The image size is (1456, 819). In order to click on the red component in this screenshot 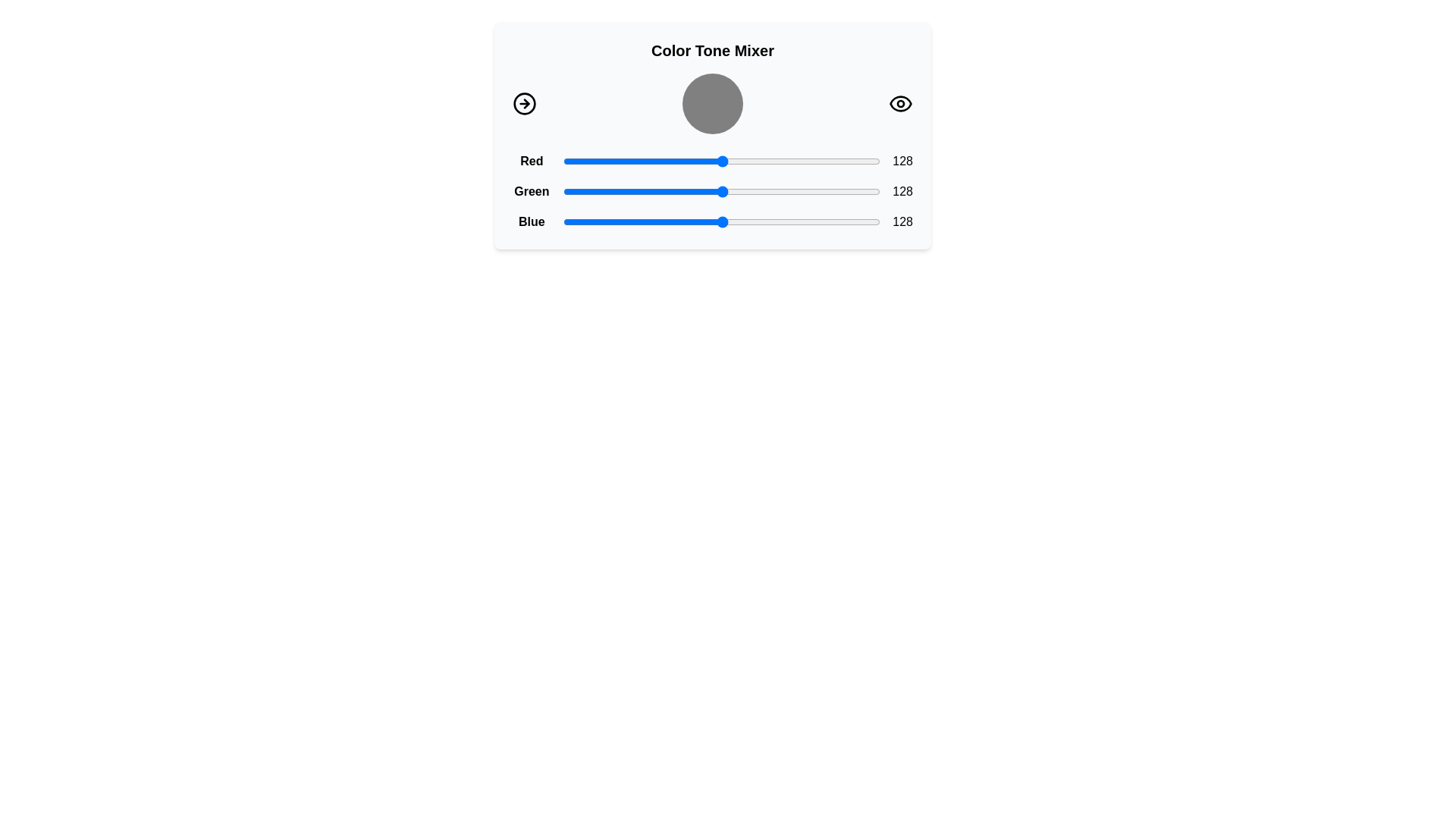, I will do `click(839, 161)`.